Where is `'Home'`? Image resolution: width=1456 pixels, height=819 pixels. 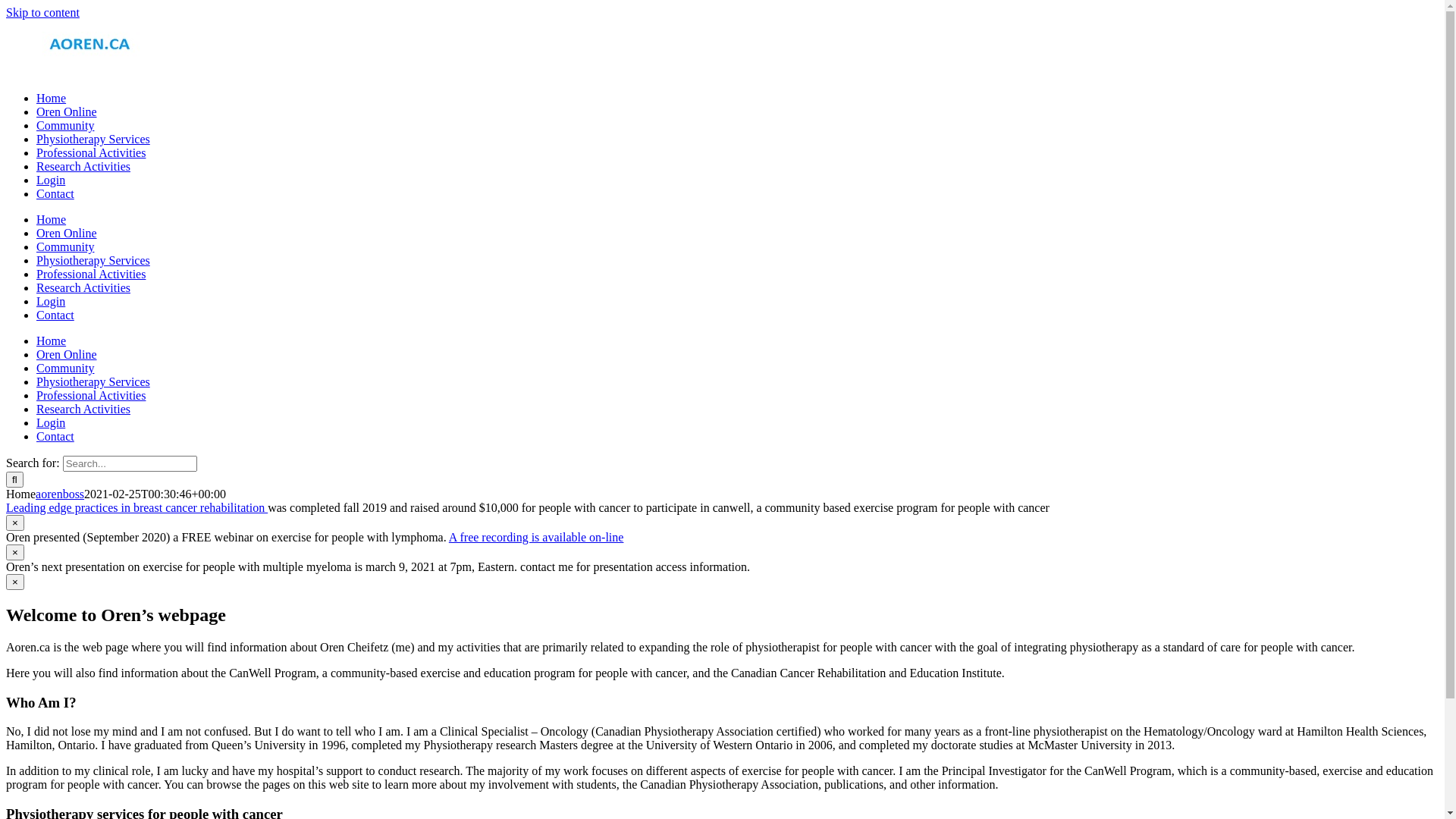
'Home' is located at coordinates (51, 98).